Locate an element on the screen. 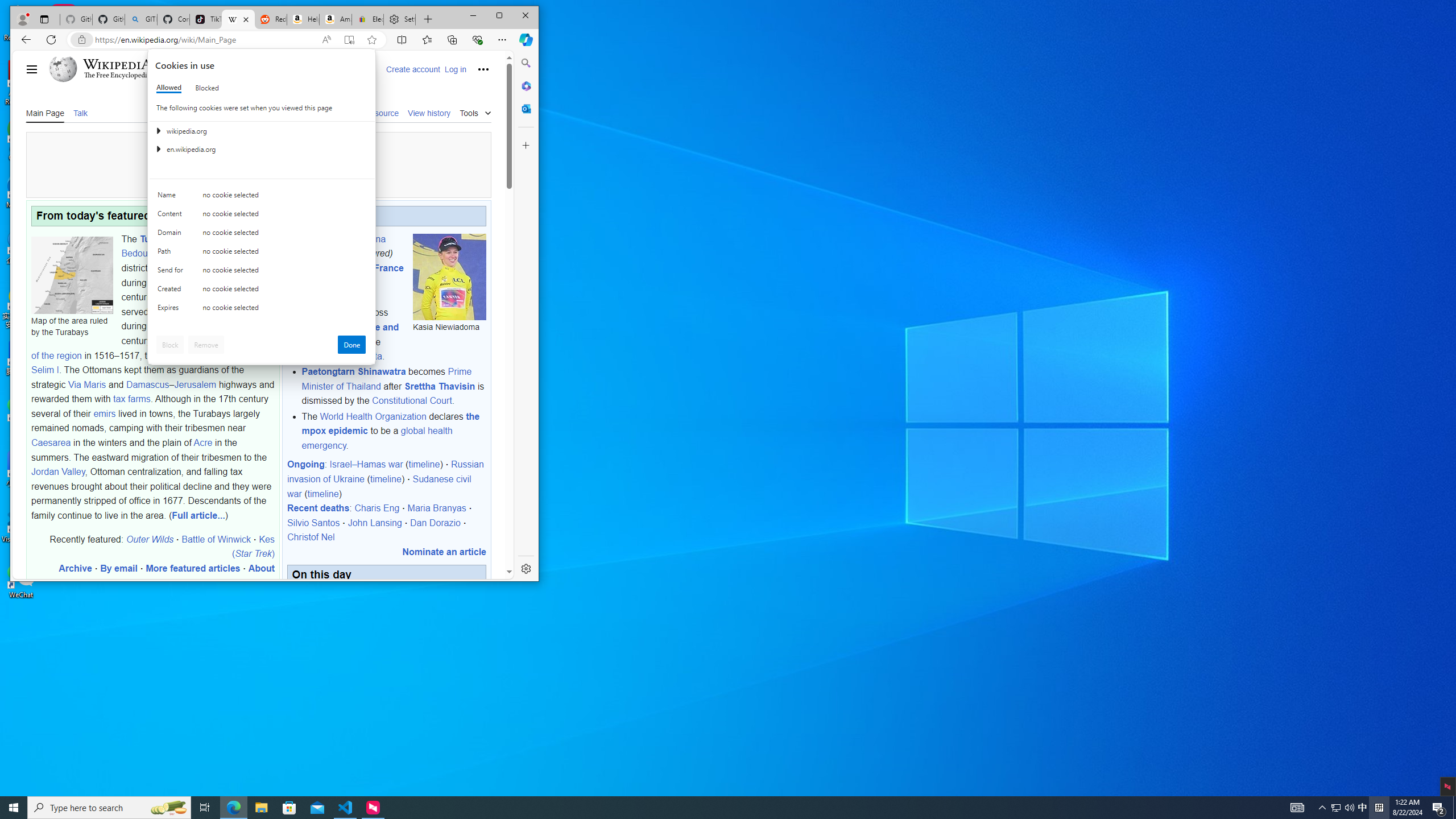 This screenshot has height=819, width=1456. 'Type here to search' is located at coordinates (109, 806).